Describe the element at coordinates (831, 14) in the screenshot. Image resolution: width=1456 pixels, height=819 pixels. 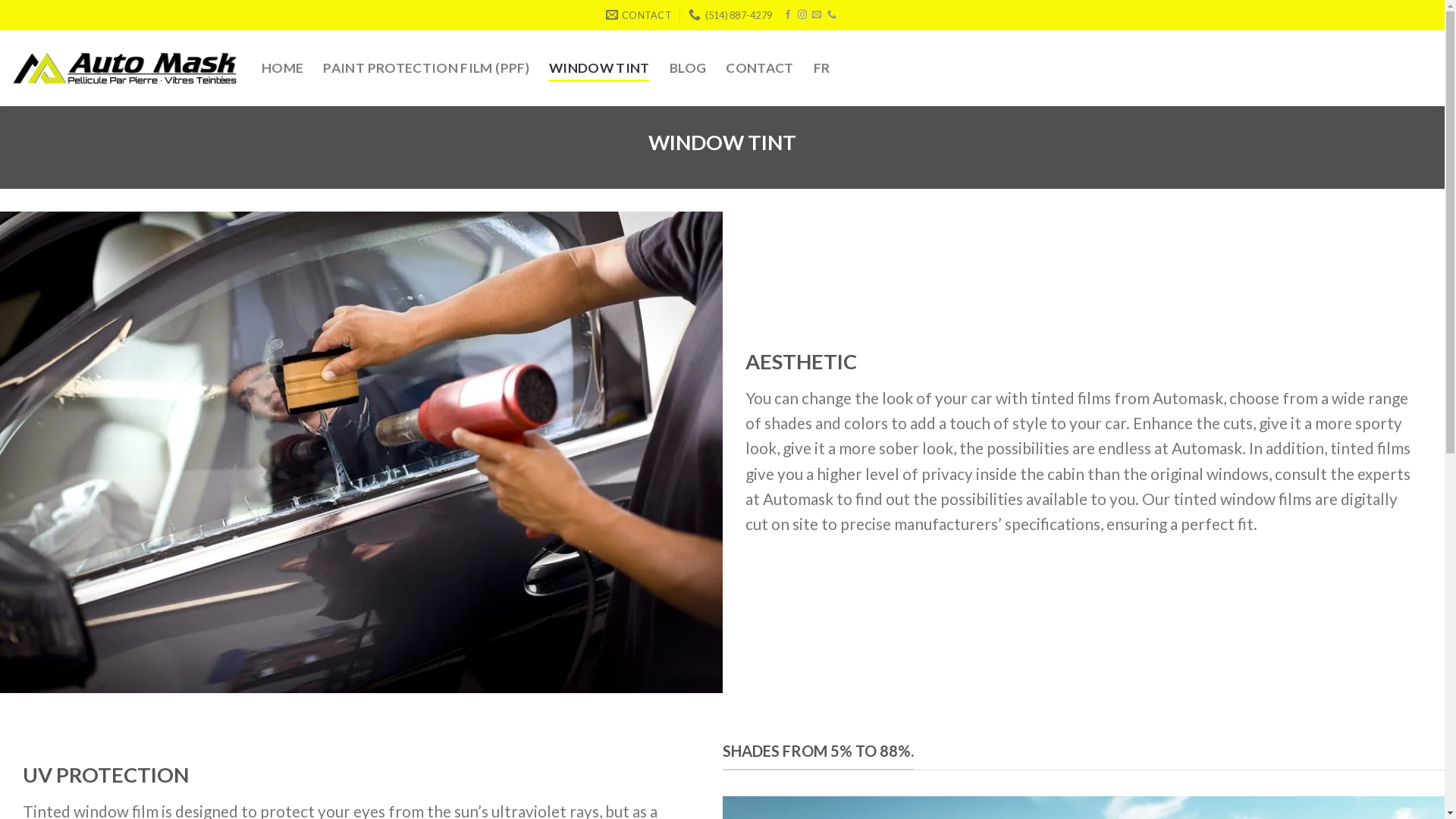
I see `'Call us'` at that location.